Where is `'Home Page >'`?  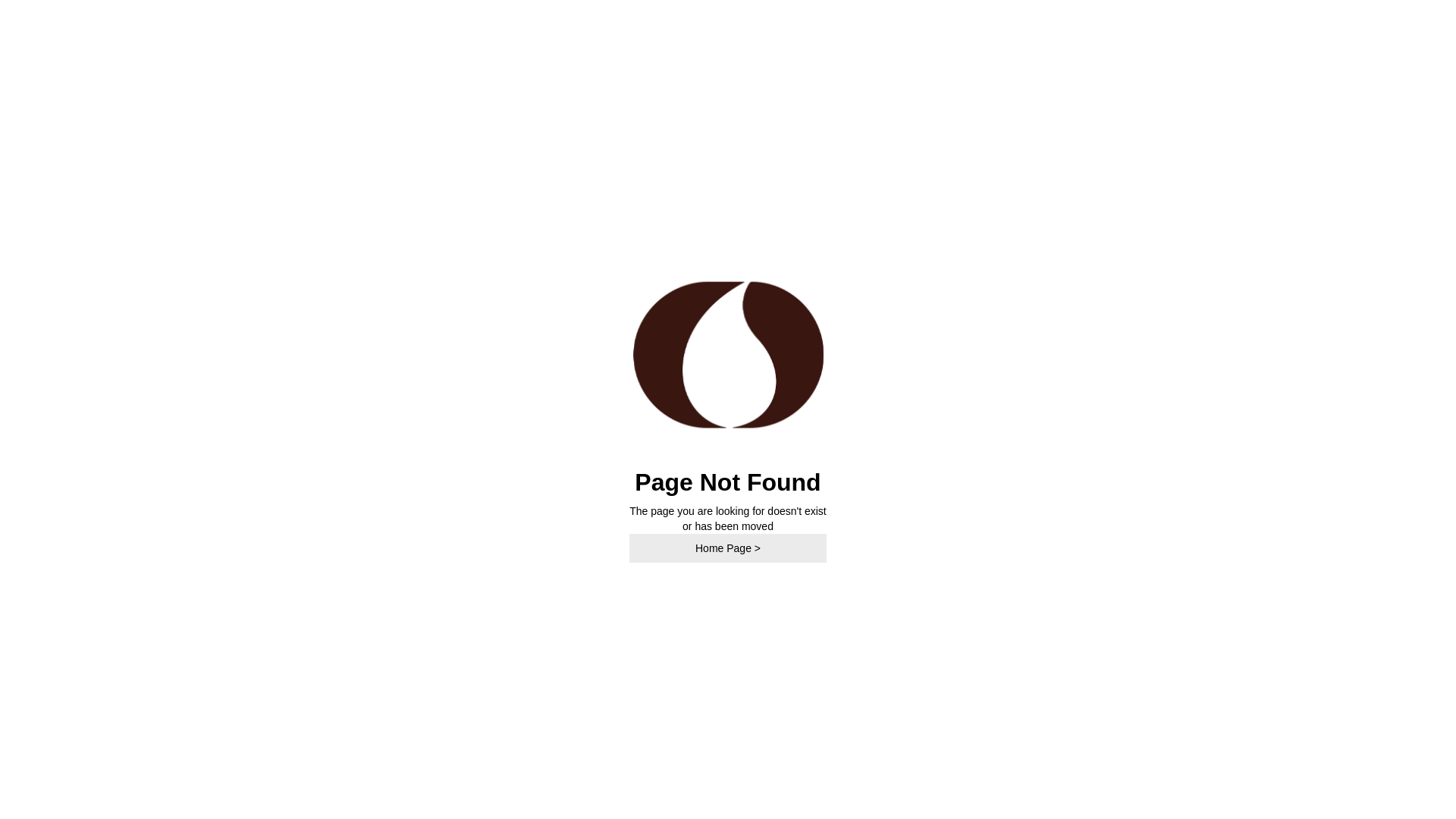 'Home Page >' is located at coordinates (728, 548).